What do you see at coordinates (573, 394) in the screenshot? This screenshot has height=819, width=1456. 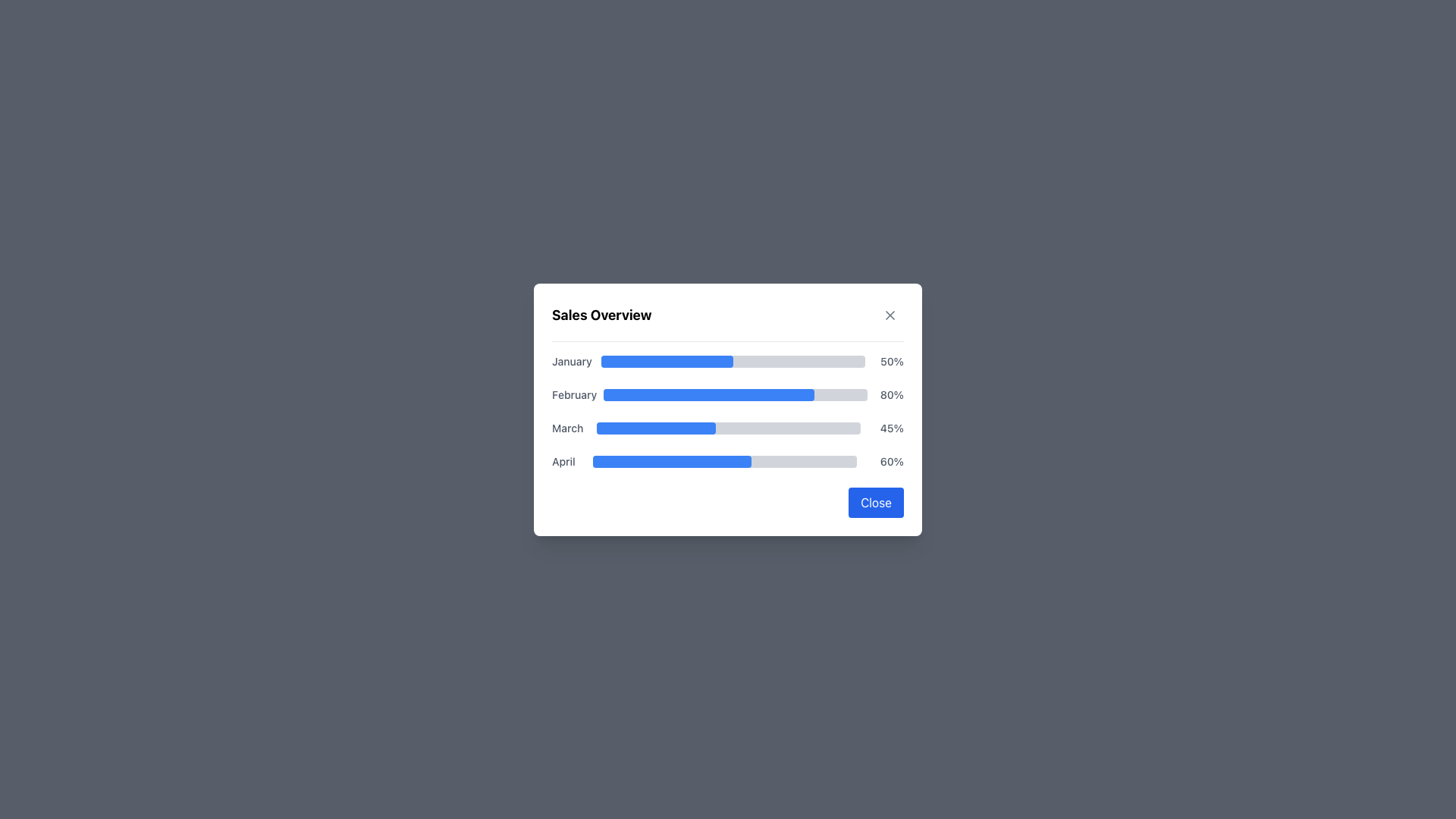 I see `the 'February' text label, which is styled with a small font size and medium weight, located in the second row of the table-like structure within the modal` at bounding box center [573, 394].